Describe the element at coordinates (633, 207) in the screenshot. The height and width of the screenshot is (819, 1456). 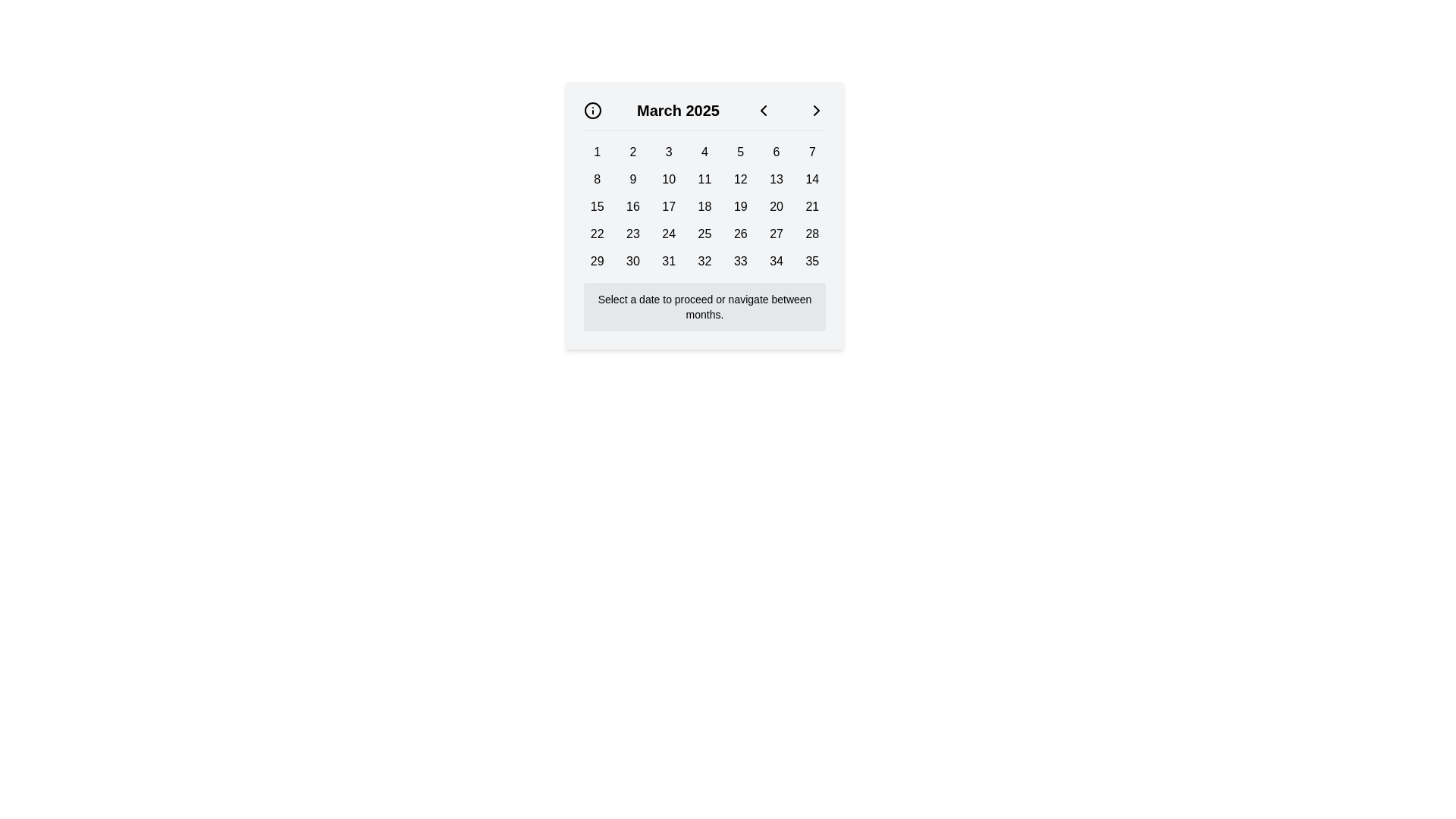
I see `the button labeled '16' in the second column of the third row in the calendar widget` at that location.